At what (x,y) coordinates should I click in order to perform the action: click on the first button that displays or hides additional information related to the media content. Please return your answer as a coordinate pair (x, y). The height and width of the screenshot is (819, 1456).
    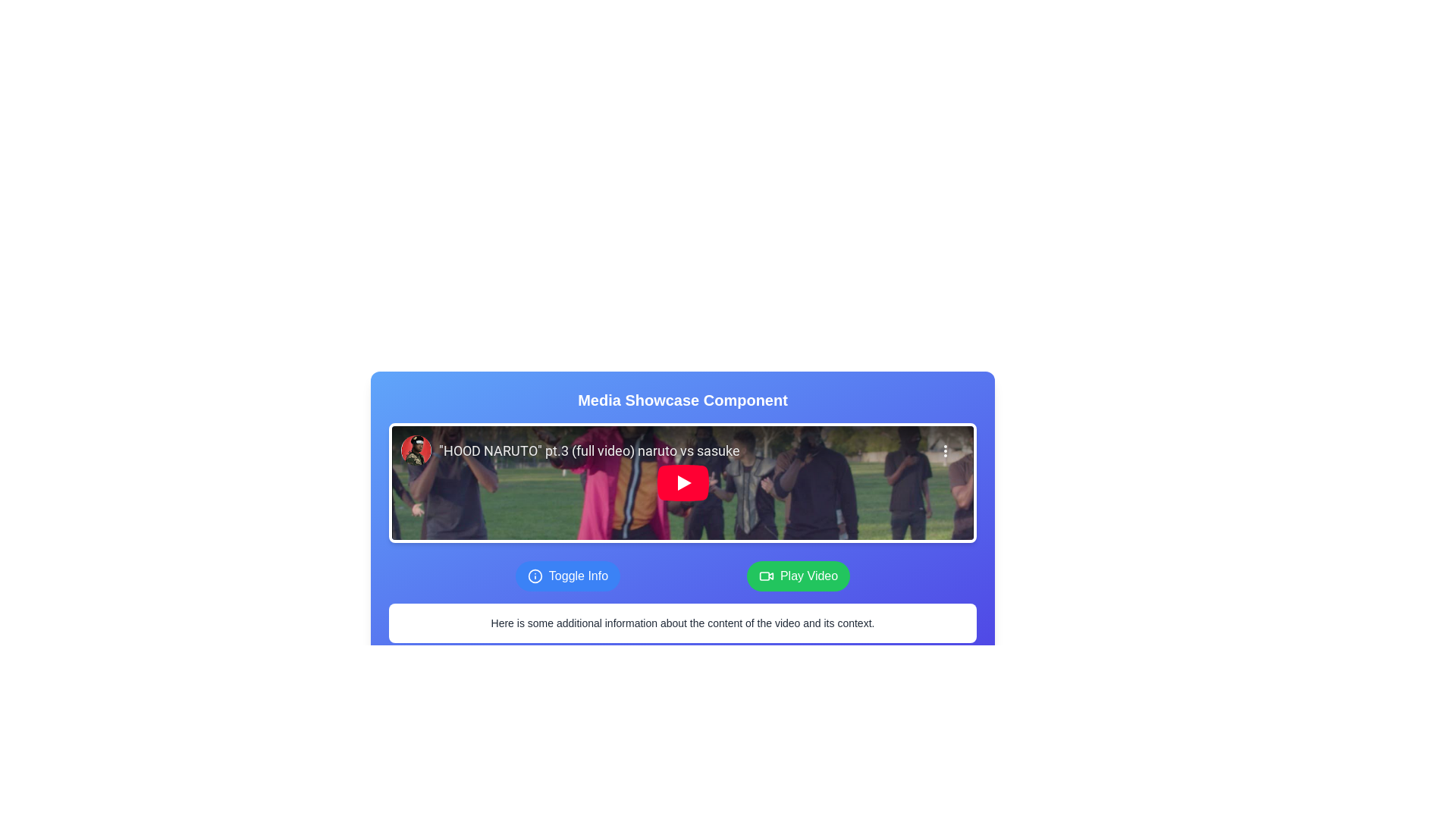
    Looking at the image, I should click on (566, 576).